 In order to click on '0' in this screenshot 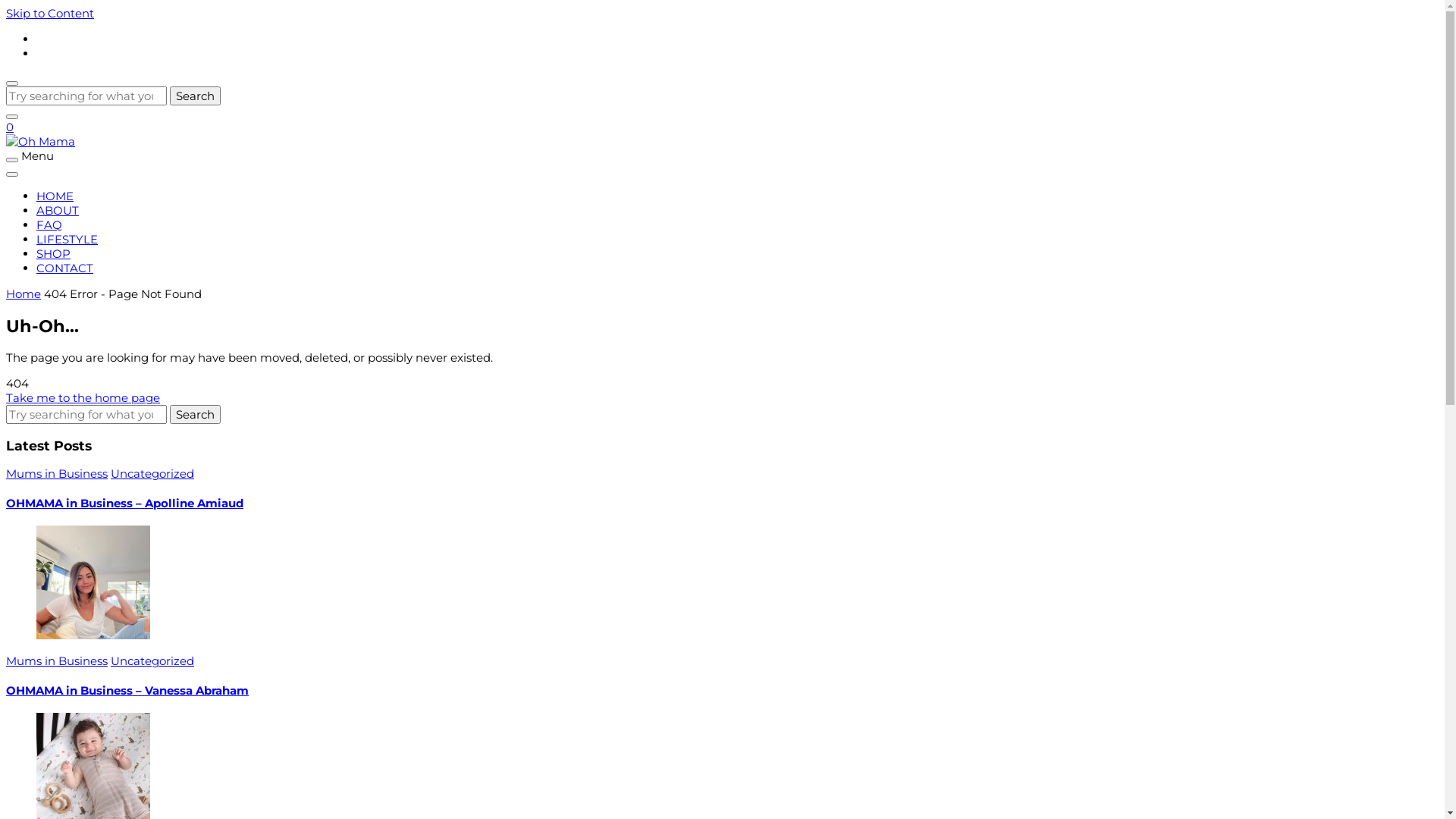, I will do `click(10, 126)`.